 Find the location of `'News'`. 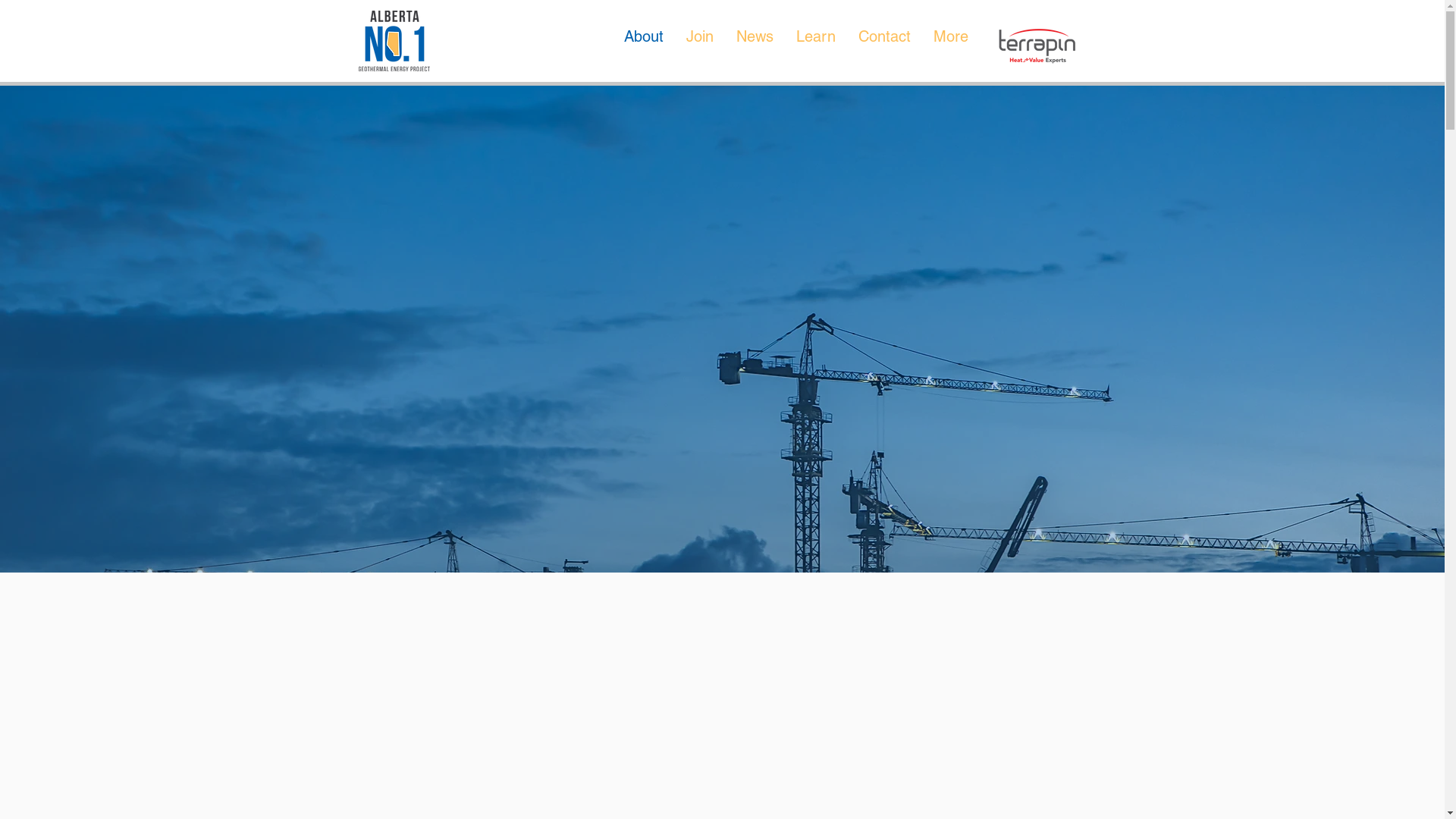

'News' is located at coordinates (755, 43).